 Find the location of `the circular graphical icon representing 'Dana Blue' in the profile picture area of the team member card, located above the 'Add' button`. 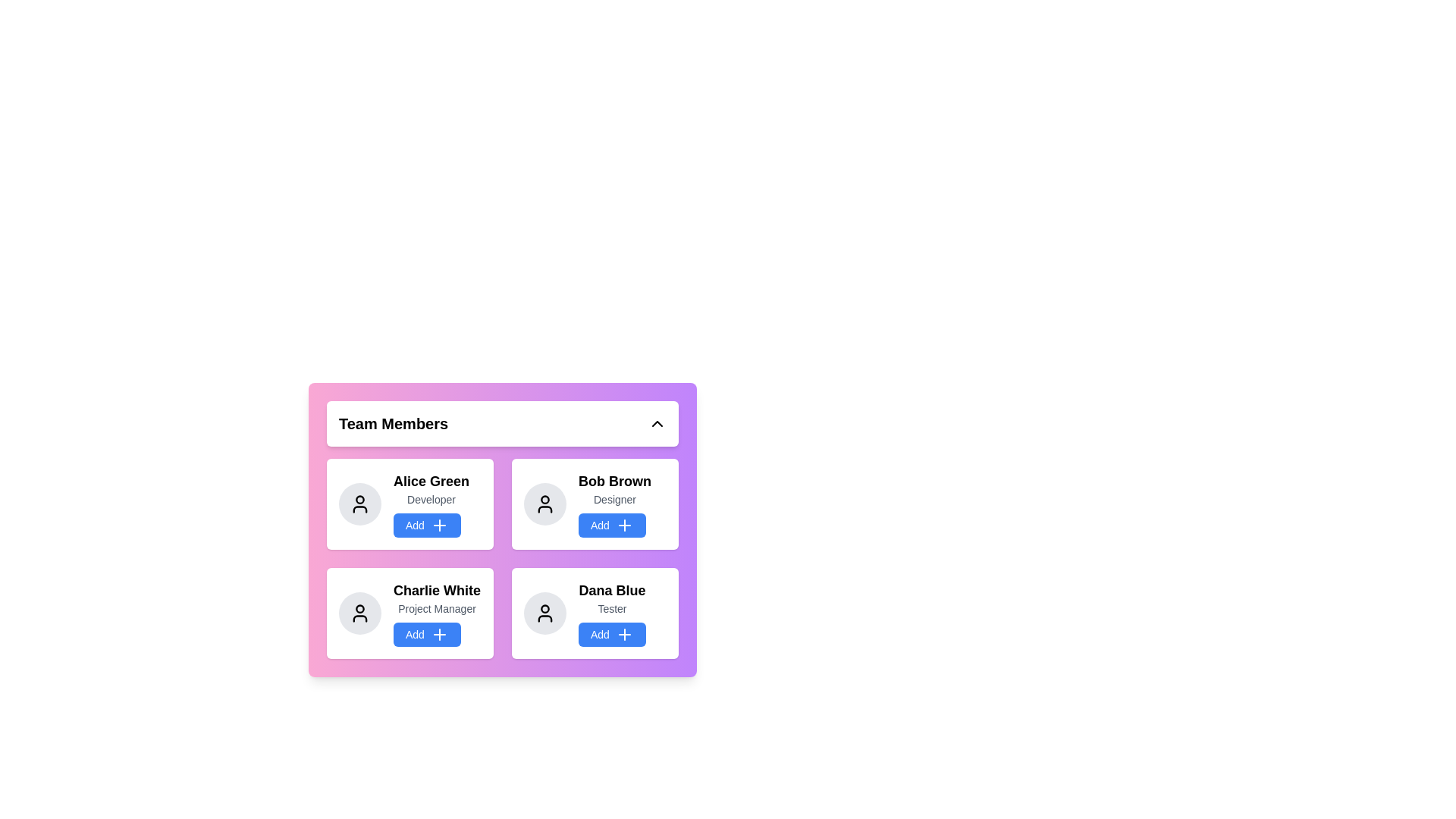

the circular graphical icon representing 'Dana Blue' in the profile picture area of the team member card, located above the 'Add' button is located at coordinates (545, 607).